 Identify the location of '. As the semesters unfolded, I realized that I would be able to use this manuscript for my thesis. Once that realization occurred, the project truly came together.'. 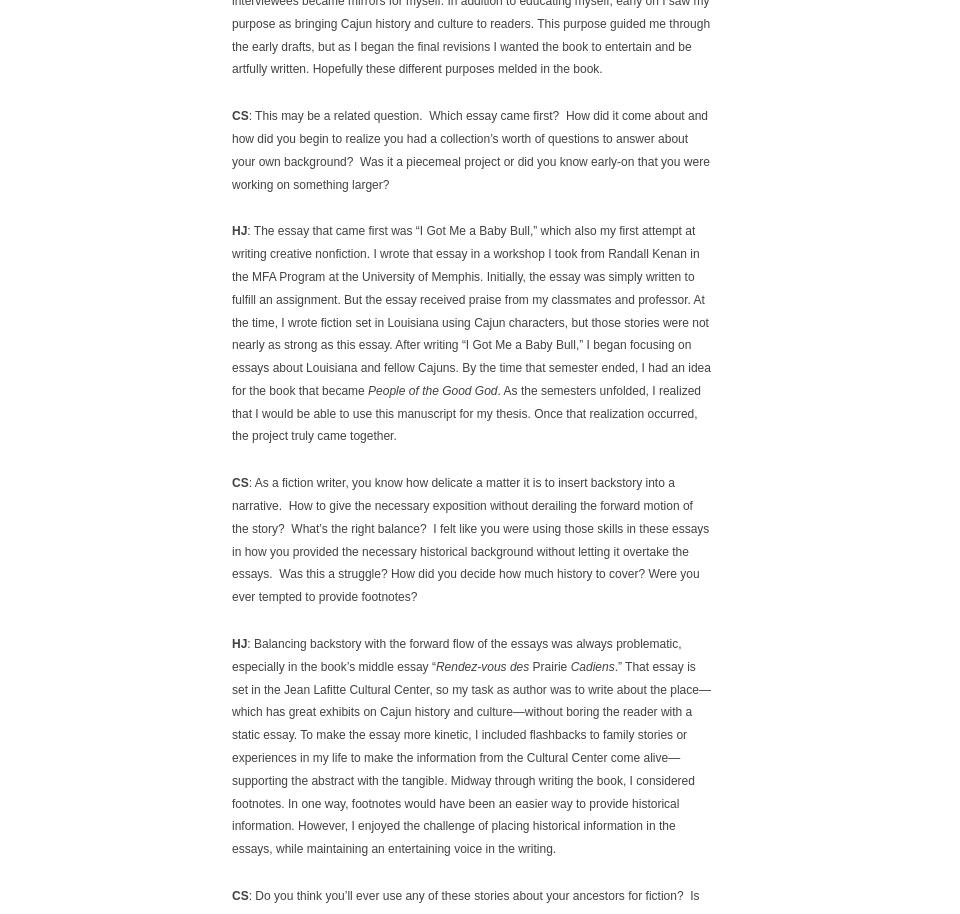
(465, 412).